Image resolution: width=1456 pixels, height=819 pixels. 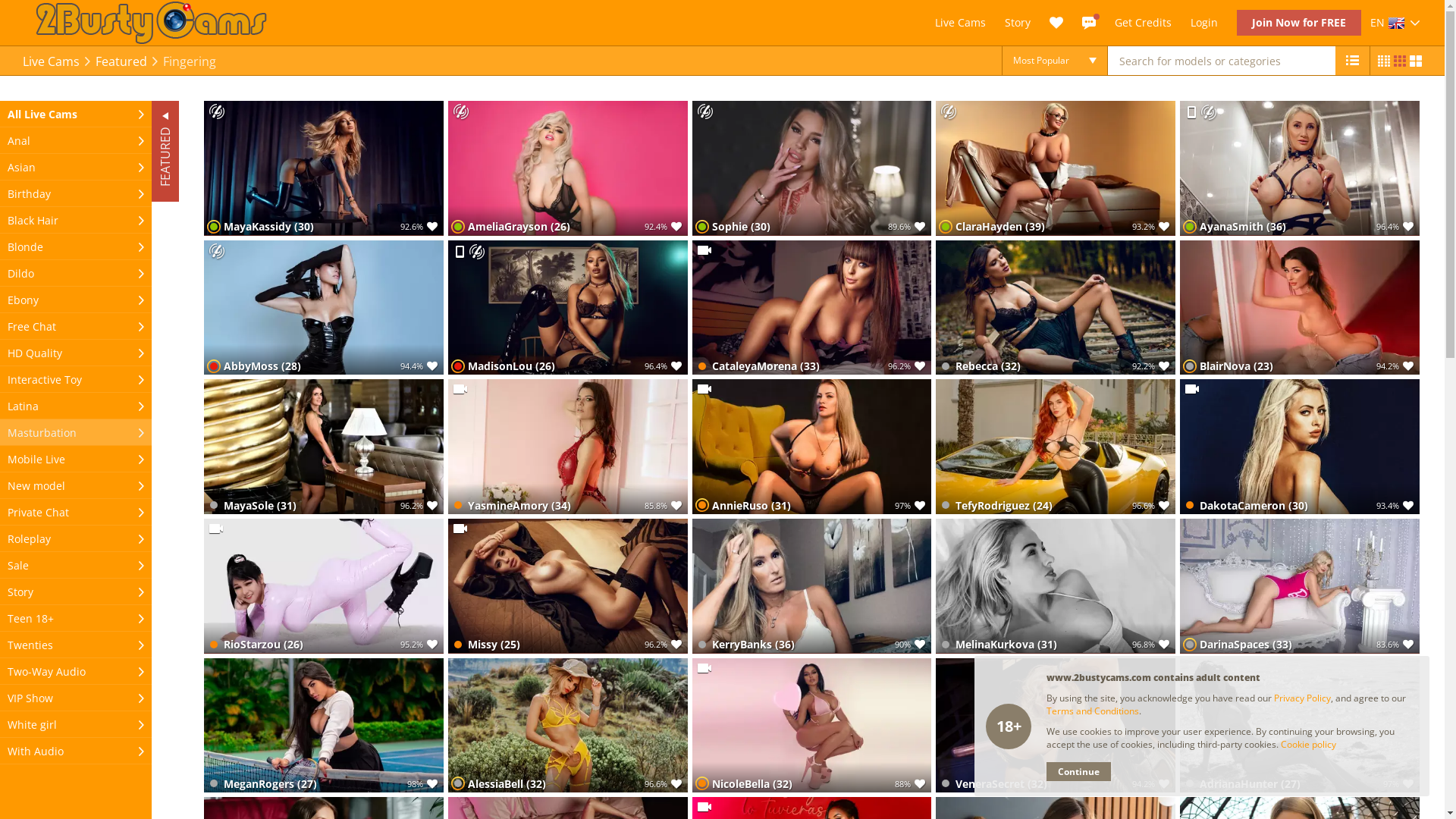 What do you see at coordinates (75, 723) in the screenshot?
I see `'White girl'` at bounding box center [75, 723].